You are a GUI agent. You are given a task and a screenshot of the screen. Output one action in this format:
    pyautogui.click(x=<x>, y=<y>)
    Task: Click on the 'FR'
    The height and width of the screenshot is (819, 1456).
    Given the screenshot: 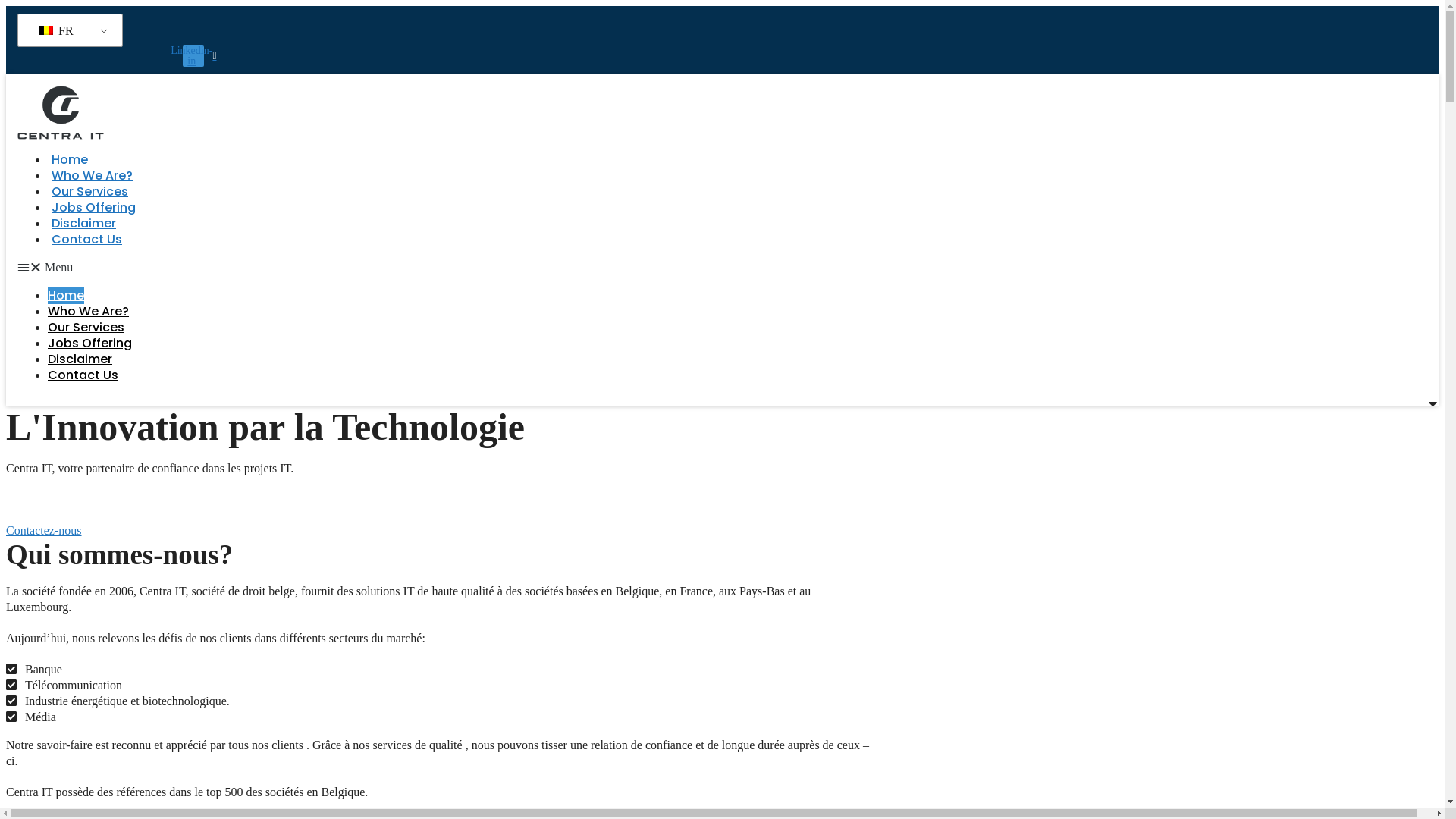 What is the action you would take?
    pyautogui.click(x=67, y=30)
    